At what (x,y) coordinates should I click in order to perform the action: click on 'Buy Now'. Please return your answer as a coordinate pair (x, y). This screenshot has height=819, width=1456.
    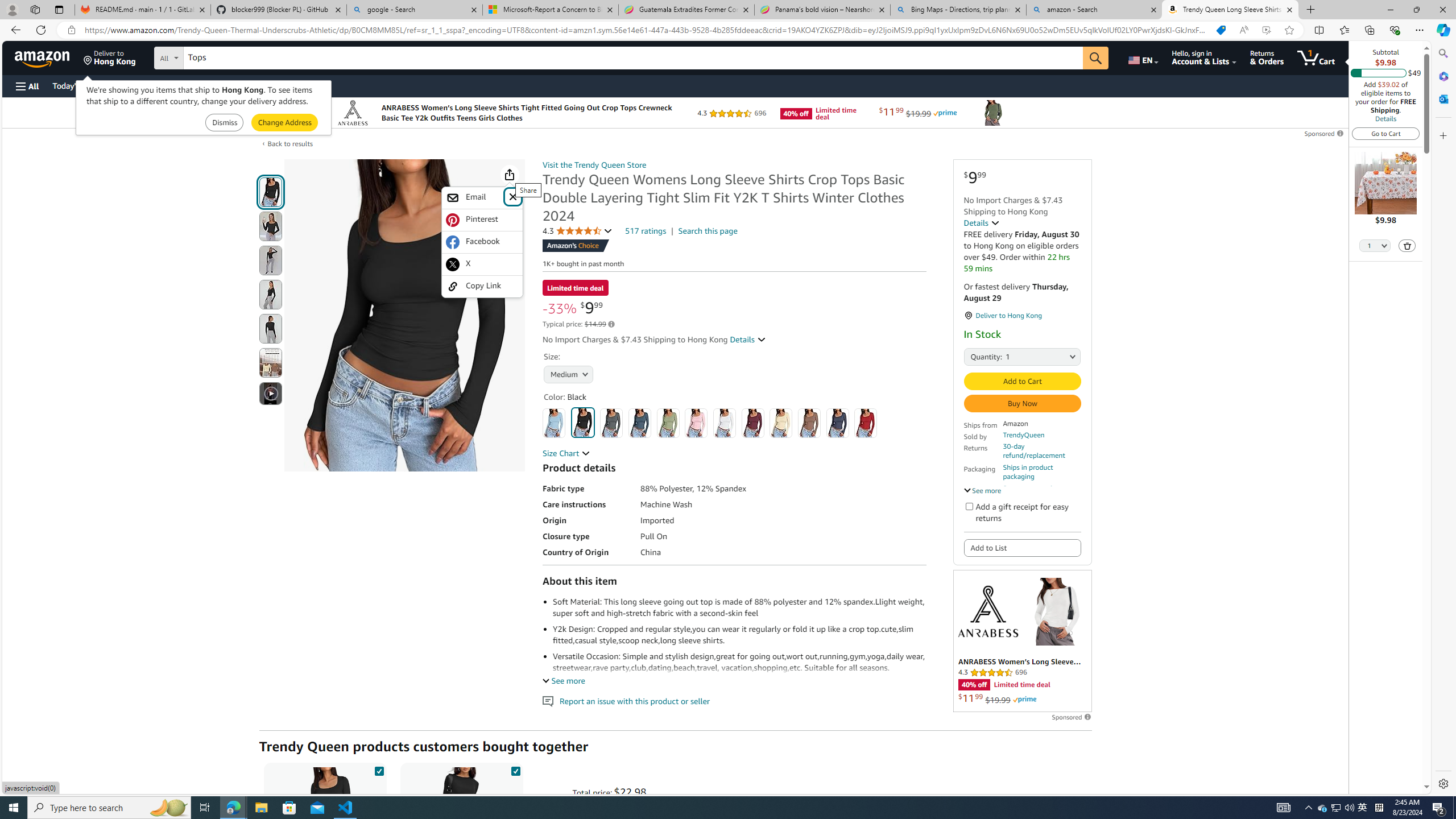
    Looking at the image, I should click on (1022, 403).